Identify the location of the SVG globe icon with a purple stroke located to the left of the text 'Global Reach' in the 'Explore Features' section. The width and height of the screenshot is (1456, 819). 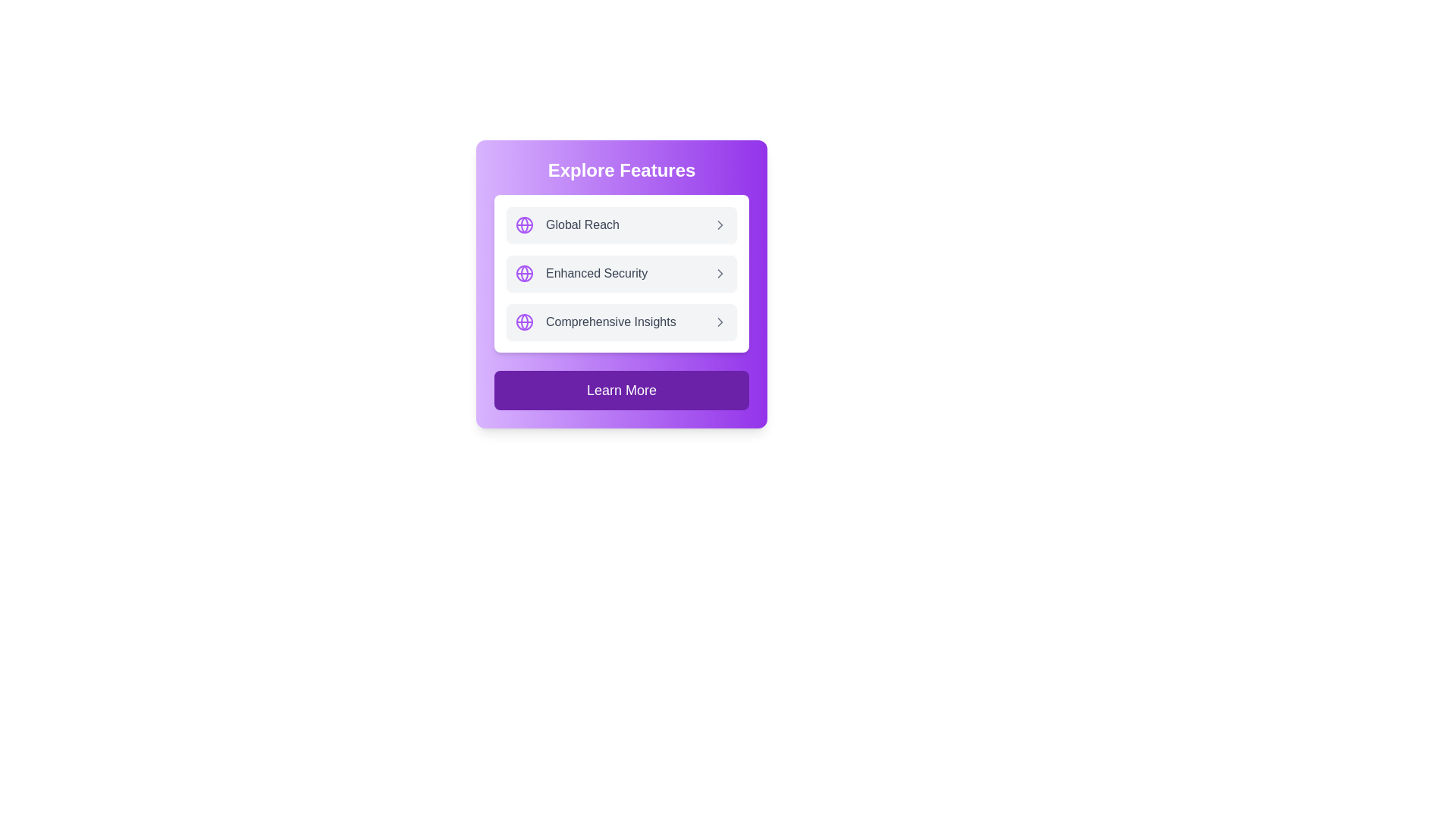
(524, 225).